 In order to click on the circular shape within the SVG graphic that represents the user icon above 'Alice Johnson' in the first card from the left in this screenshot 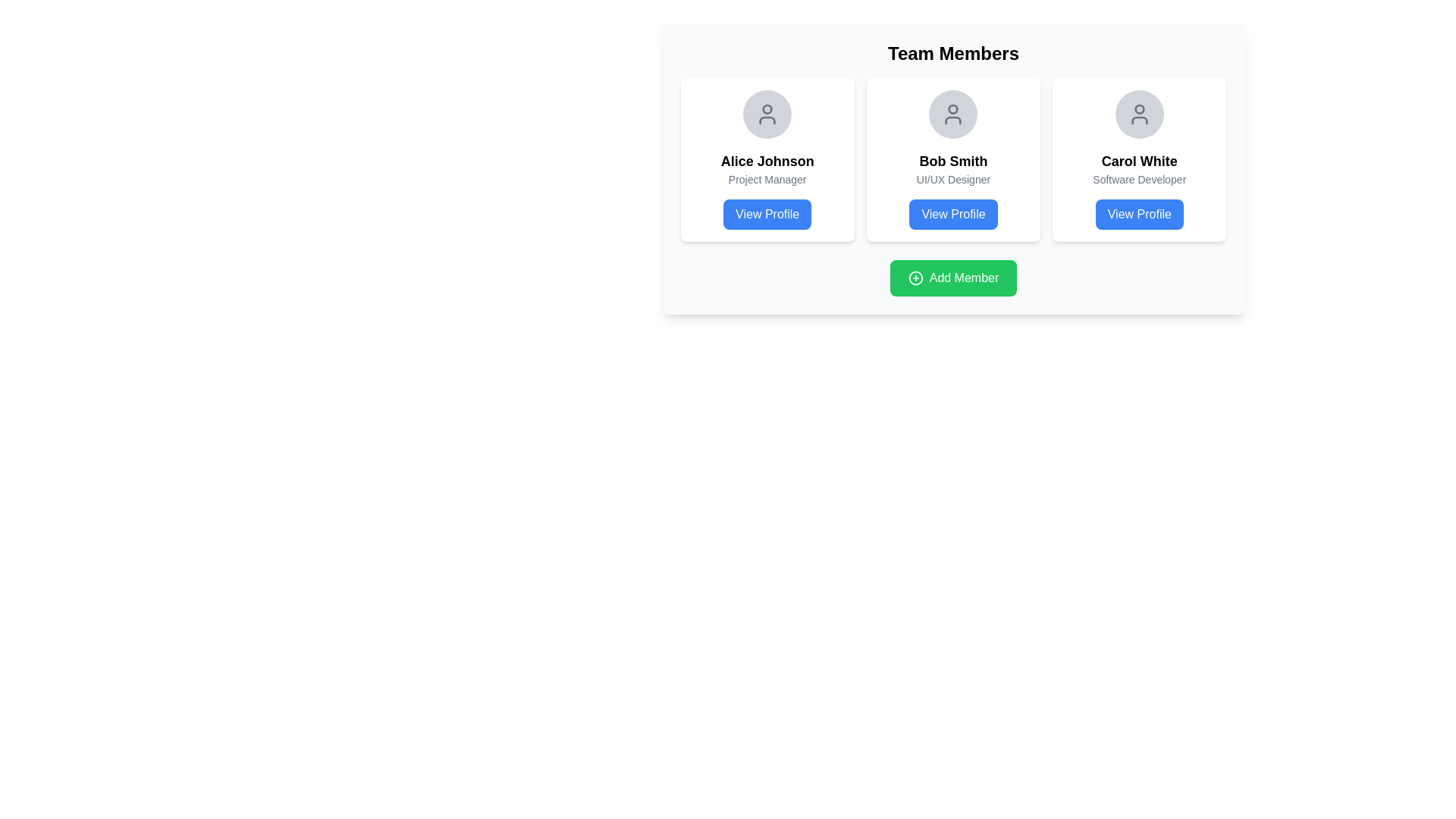, I will do `click(767, 108)`.